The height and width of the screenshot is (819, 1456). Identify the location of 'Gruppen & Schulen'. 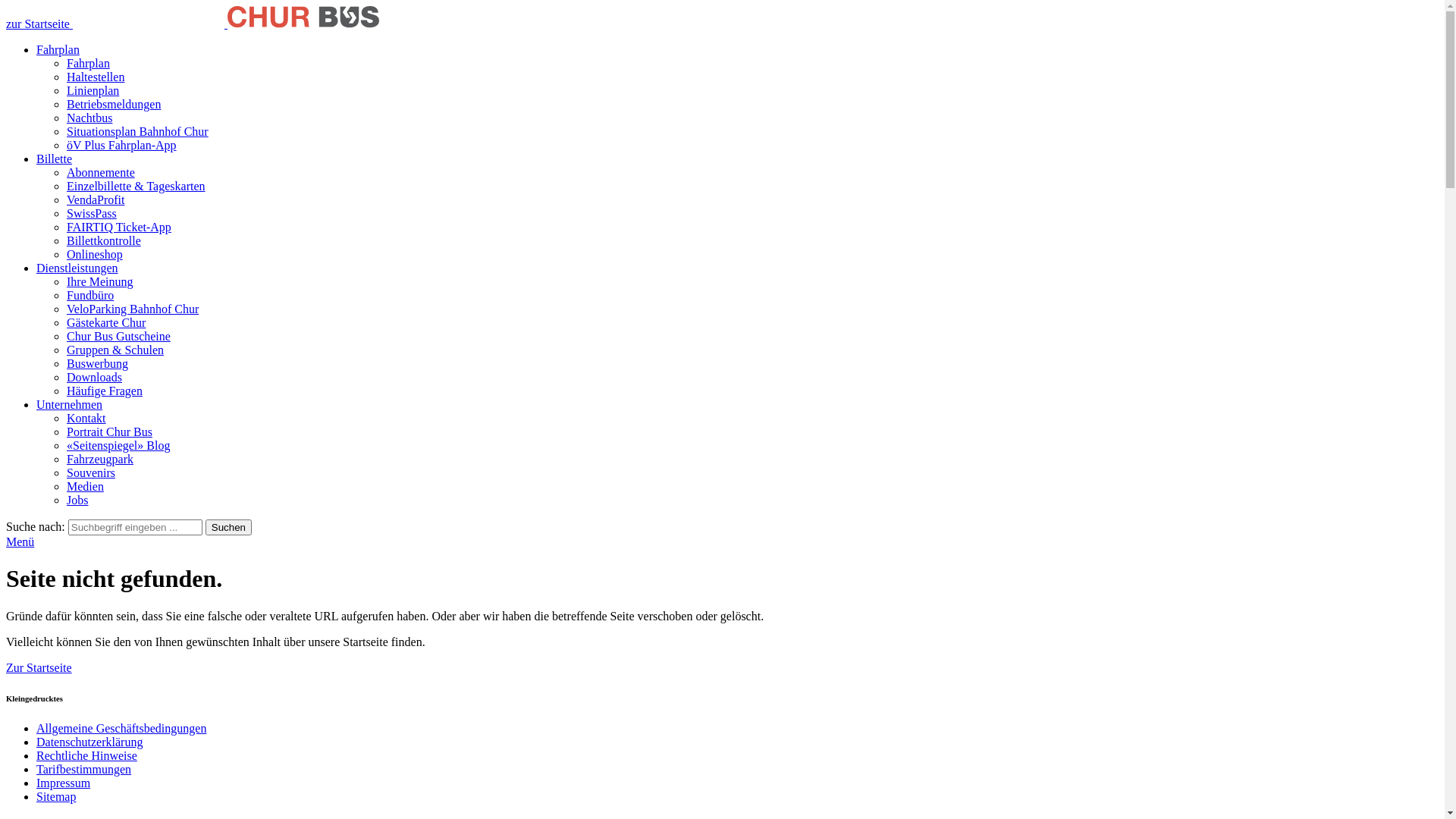
(115, 350).